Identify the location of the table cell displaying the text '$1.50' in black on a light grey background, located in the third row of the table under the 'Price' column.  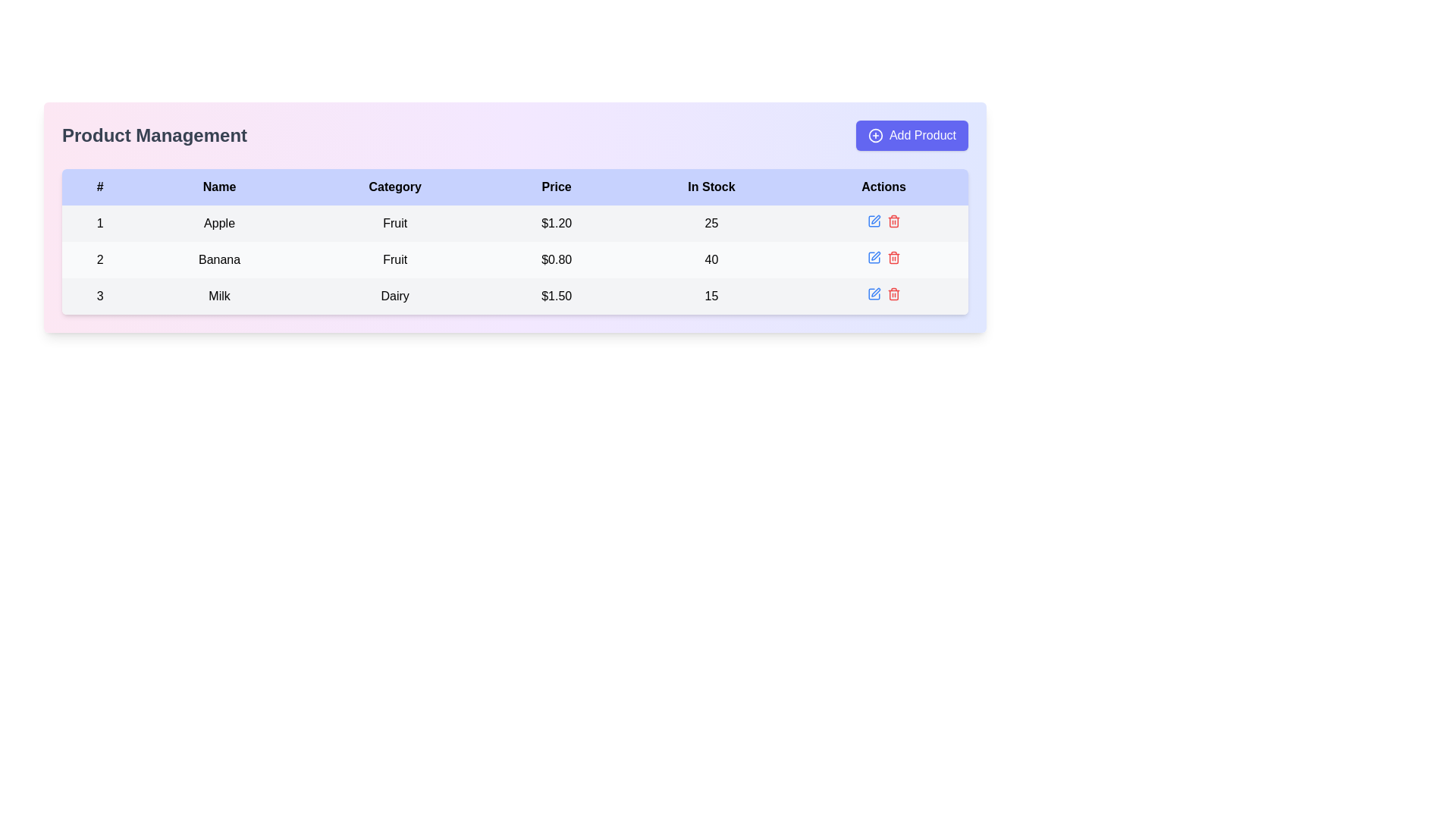
(556, 296).